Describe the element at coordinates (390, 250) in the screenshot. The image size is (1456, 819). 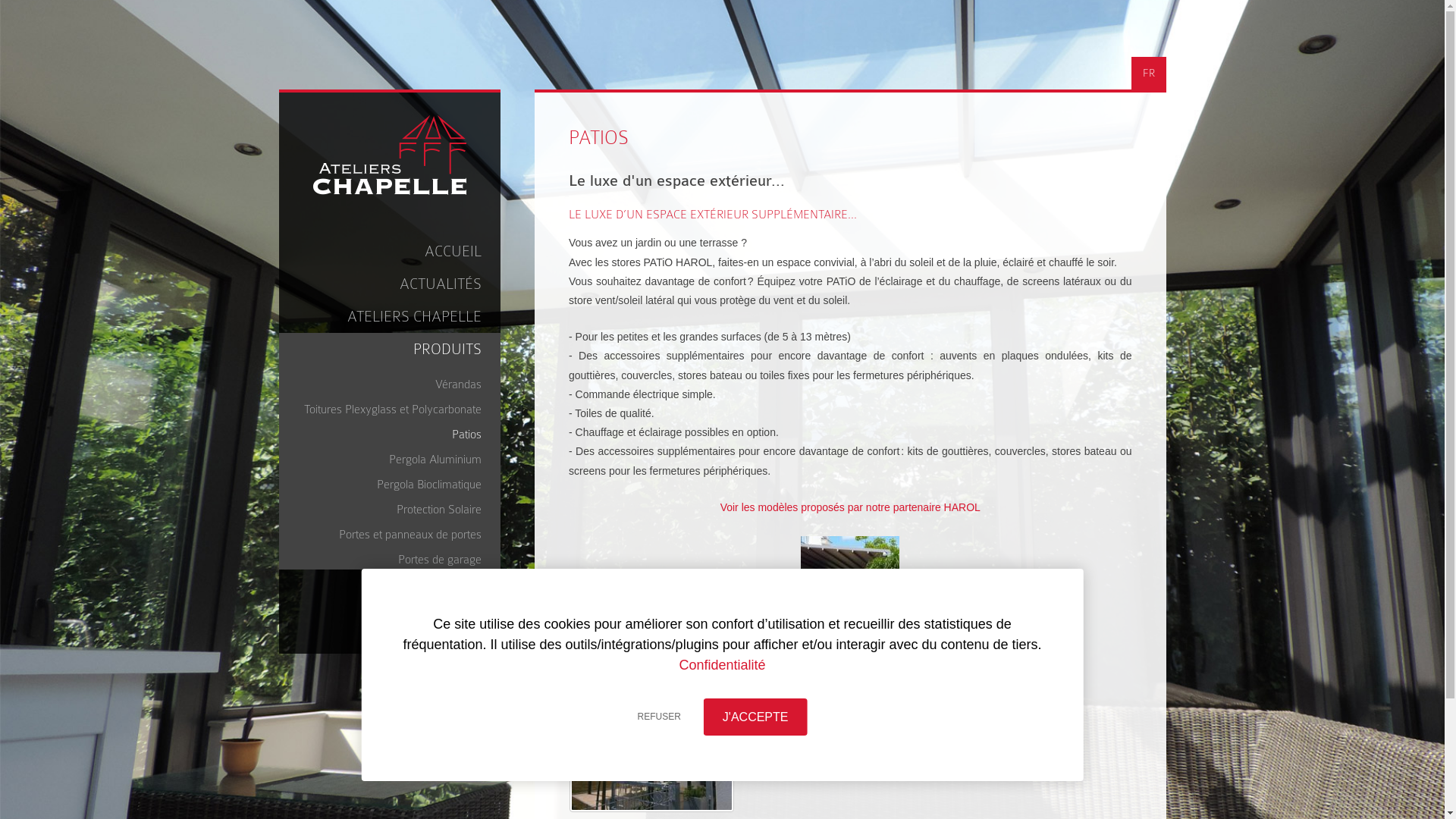
I see `'ACCUEIL'` at that location.